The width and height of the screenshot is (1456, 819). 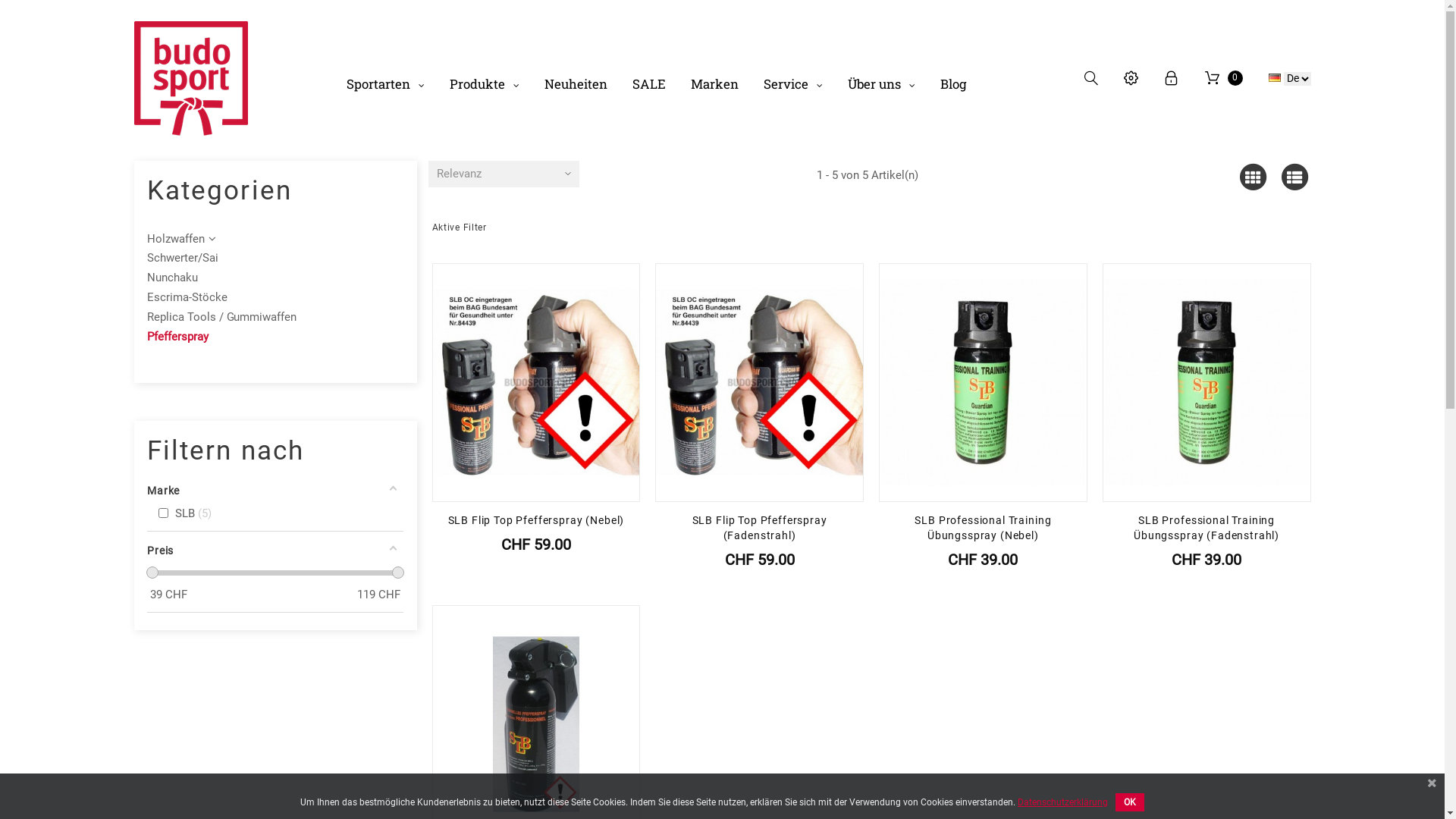 What do you see at coordinates (792, 84) in the screenshot?
I see `'Service'` at bounding box center [792, 84].